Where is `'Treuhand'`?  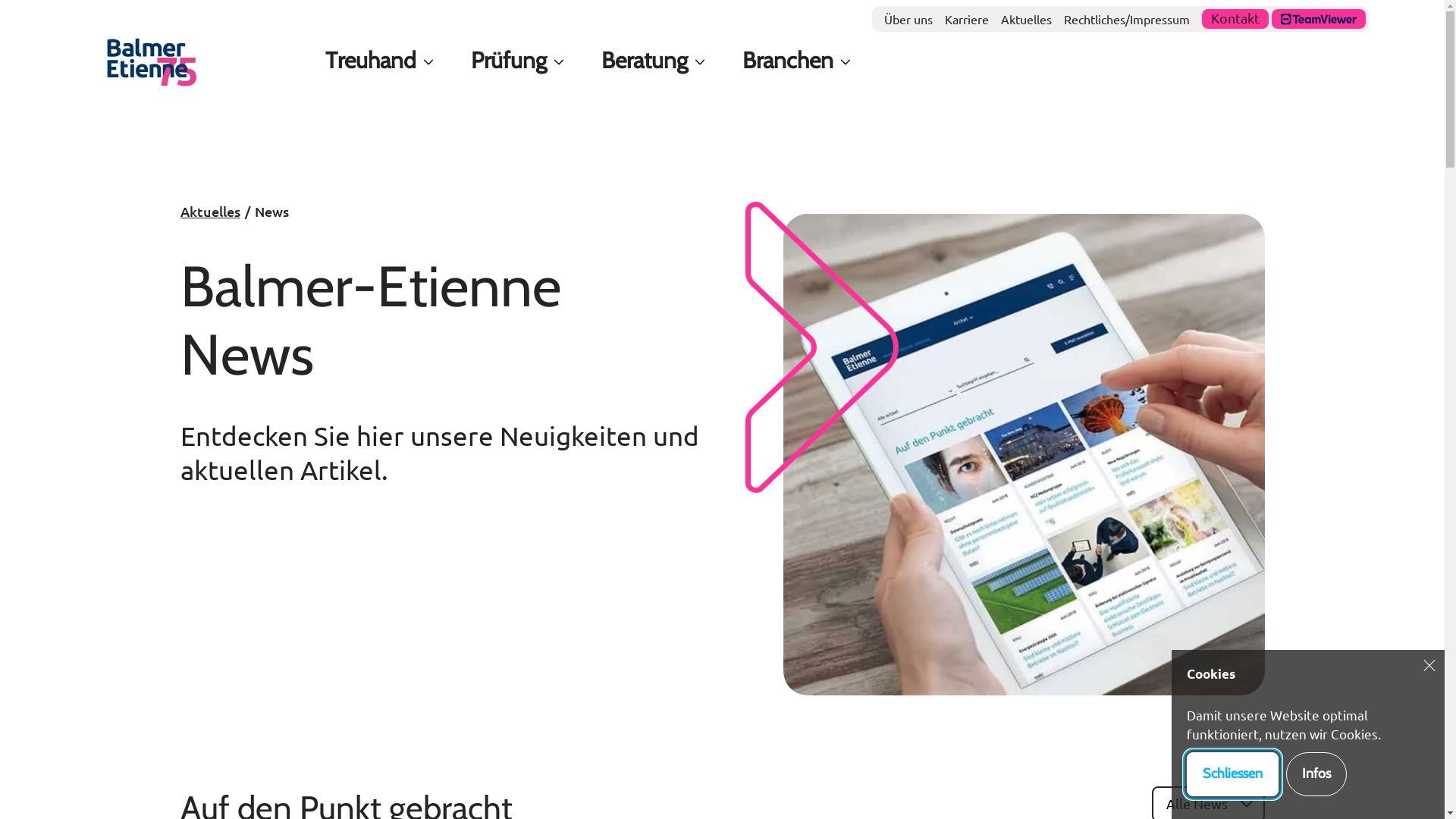 'Treuhand' is located at coordinates (371, 59).